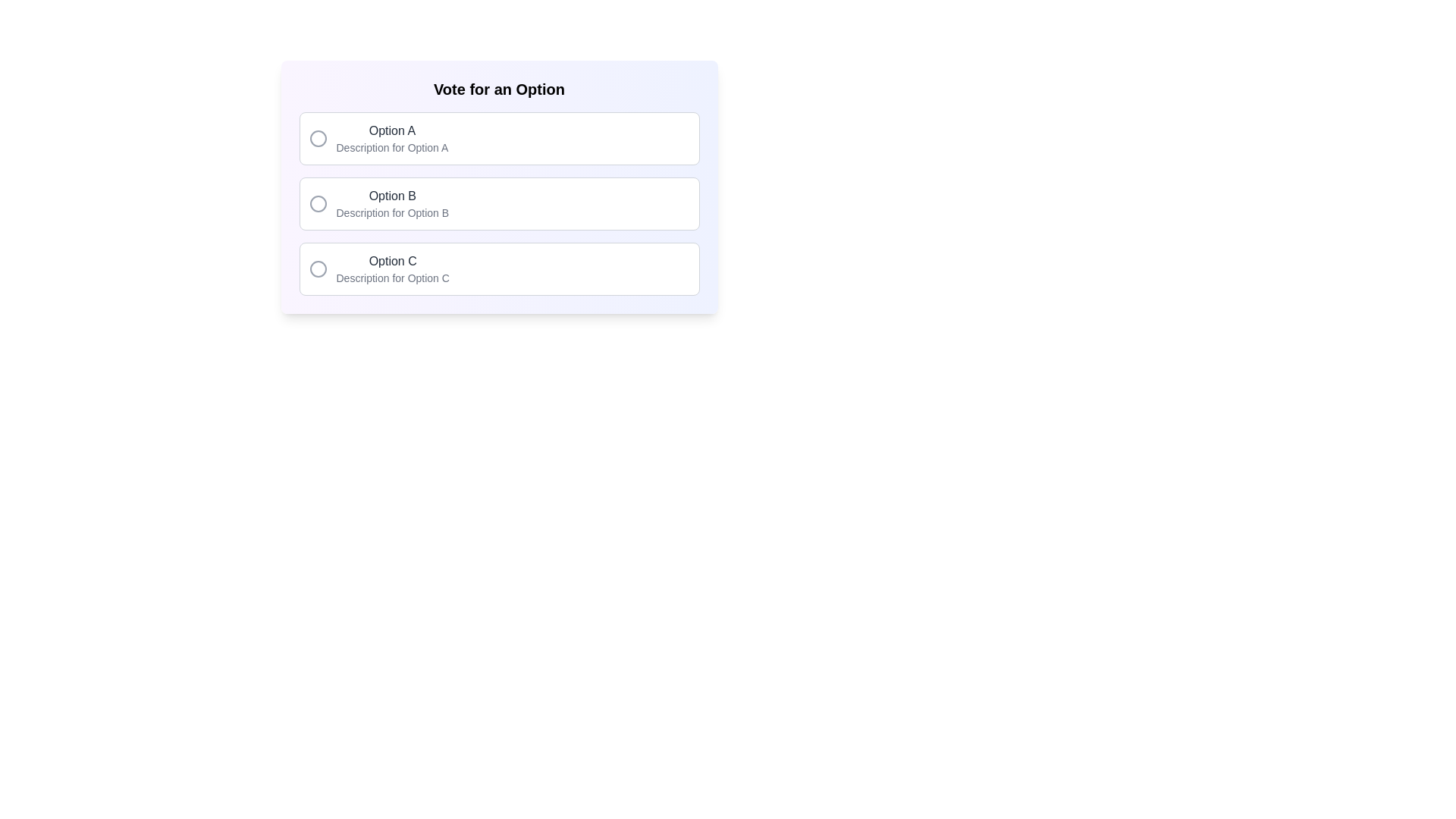  Describe the element at coordinates (392, 213) in the screenshot. I see `the text field displaying 'Description for Option B', which is styled in light gray and located below the label 'Option B'` at that location.